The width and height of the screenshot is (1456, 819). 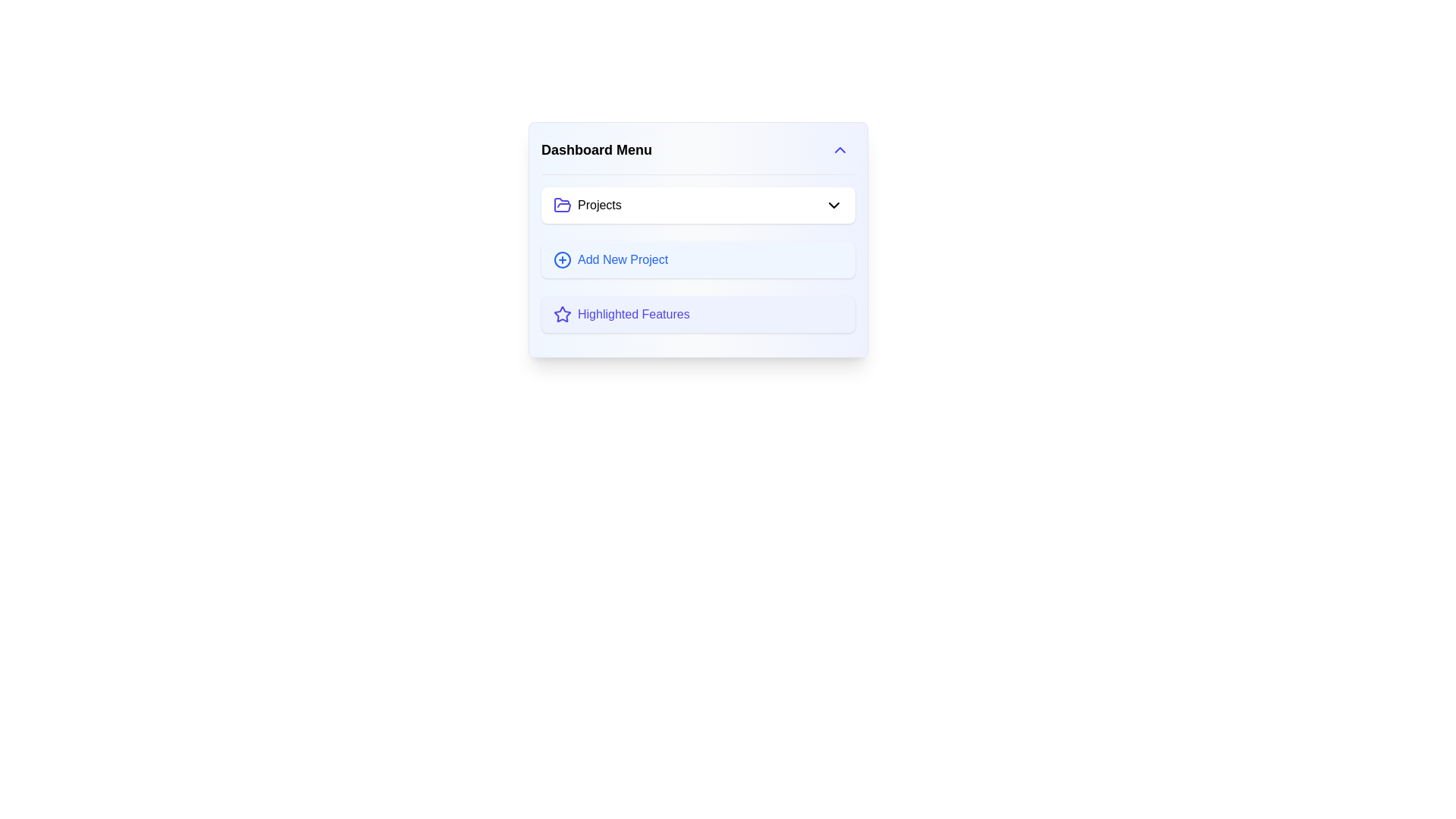 What do you see at coordinates (698, 205) in the screenshot?
I see `the first item in the 'Dashboard Menu' section` at bounding box center [698, 205].